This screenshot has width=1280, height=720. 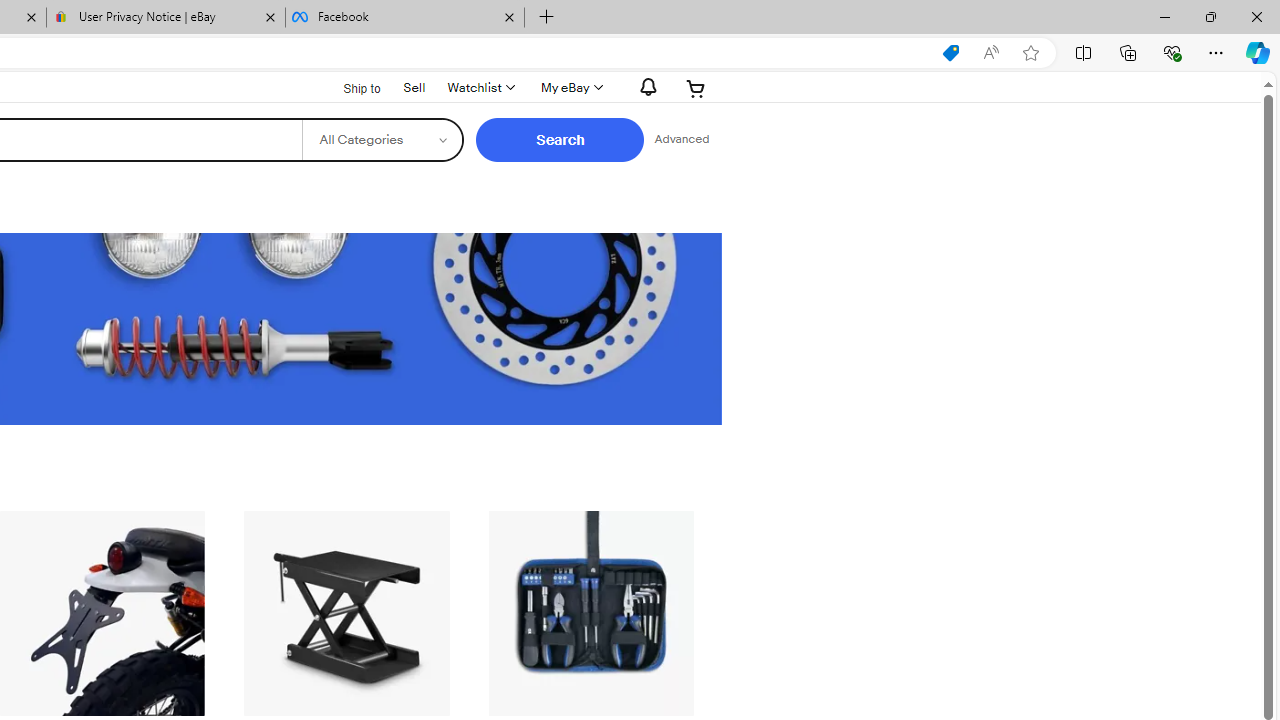 I want to click on 'Sell', so click(x=413, y=86).